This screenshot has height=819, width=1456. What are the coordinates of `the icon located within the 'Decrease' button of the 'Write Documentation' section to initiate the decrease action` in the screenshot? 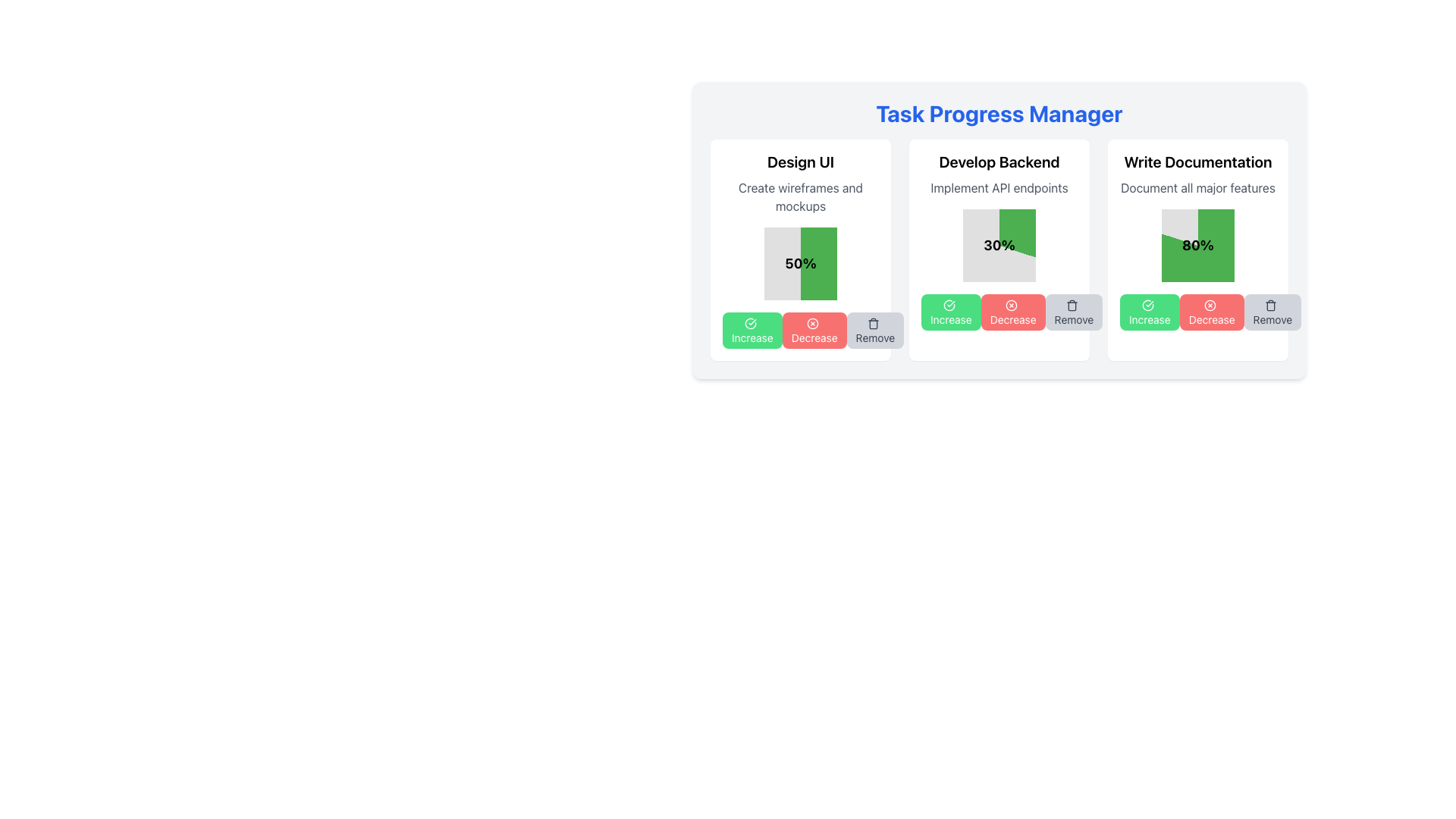 It's located at (1210, 305).